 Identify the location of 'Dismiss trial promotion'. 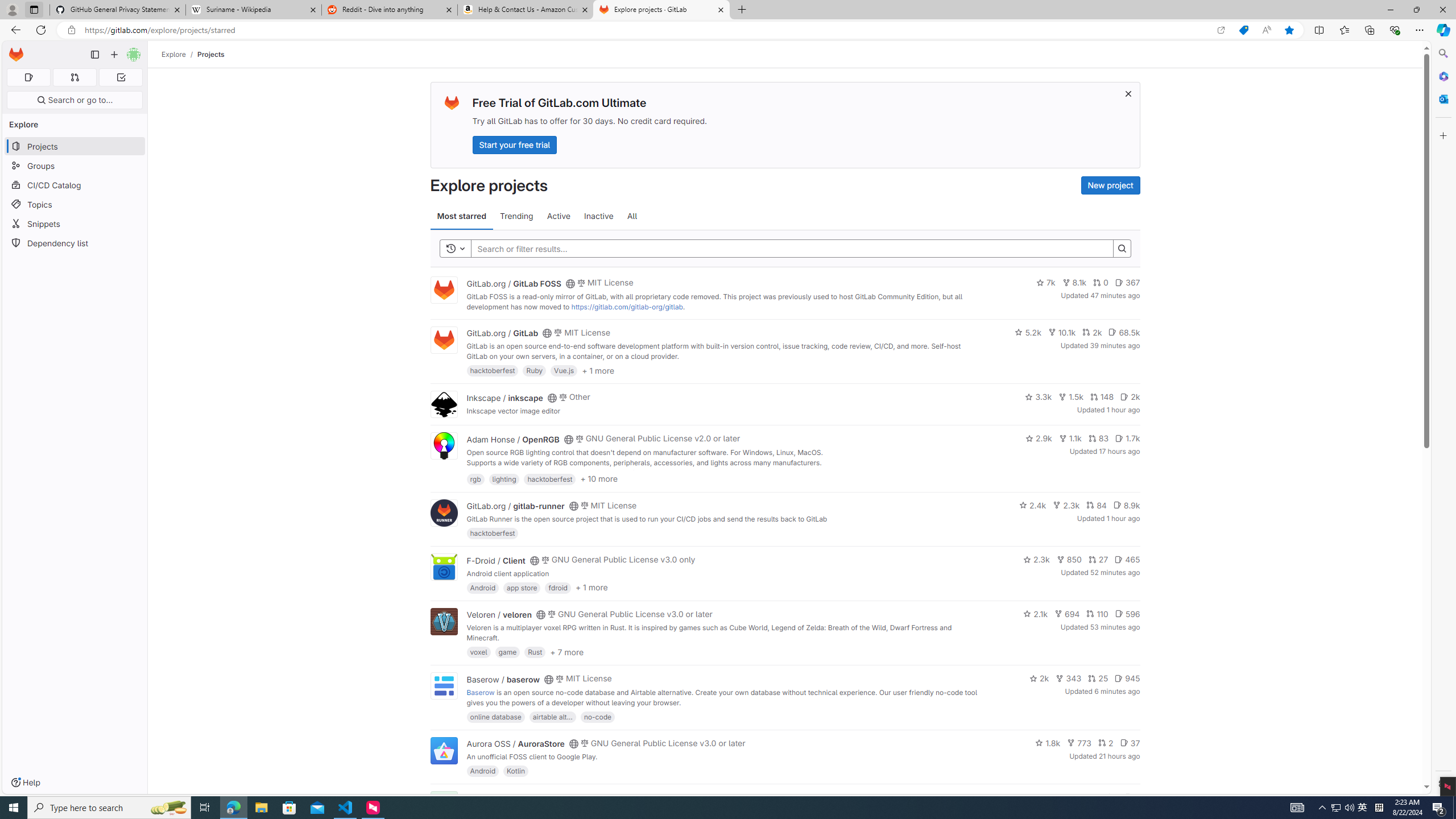
(1128, 93).